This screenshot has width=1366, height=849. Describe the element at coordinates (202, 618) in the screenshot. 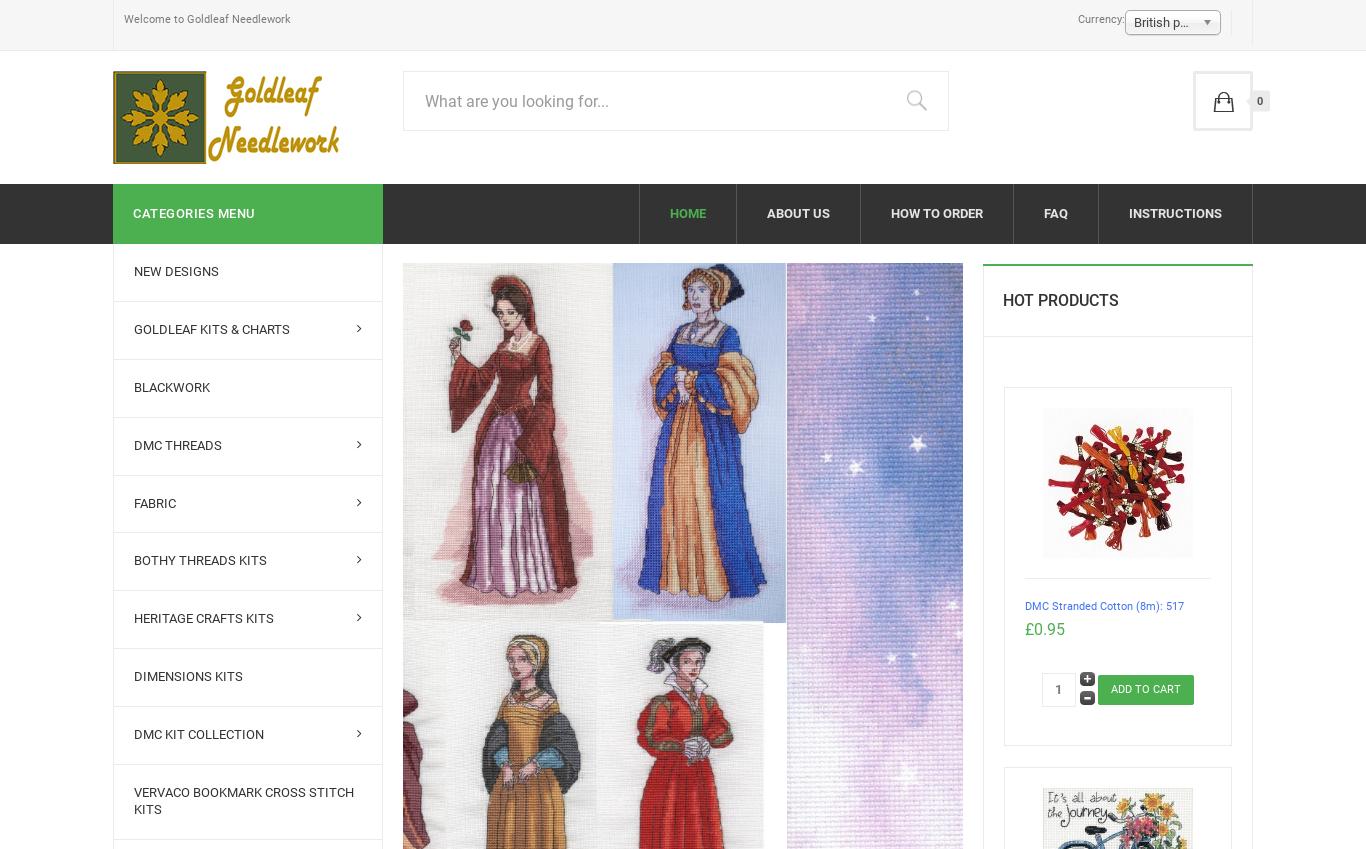

I see `'Heritage Crafts Kits'` at that location.